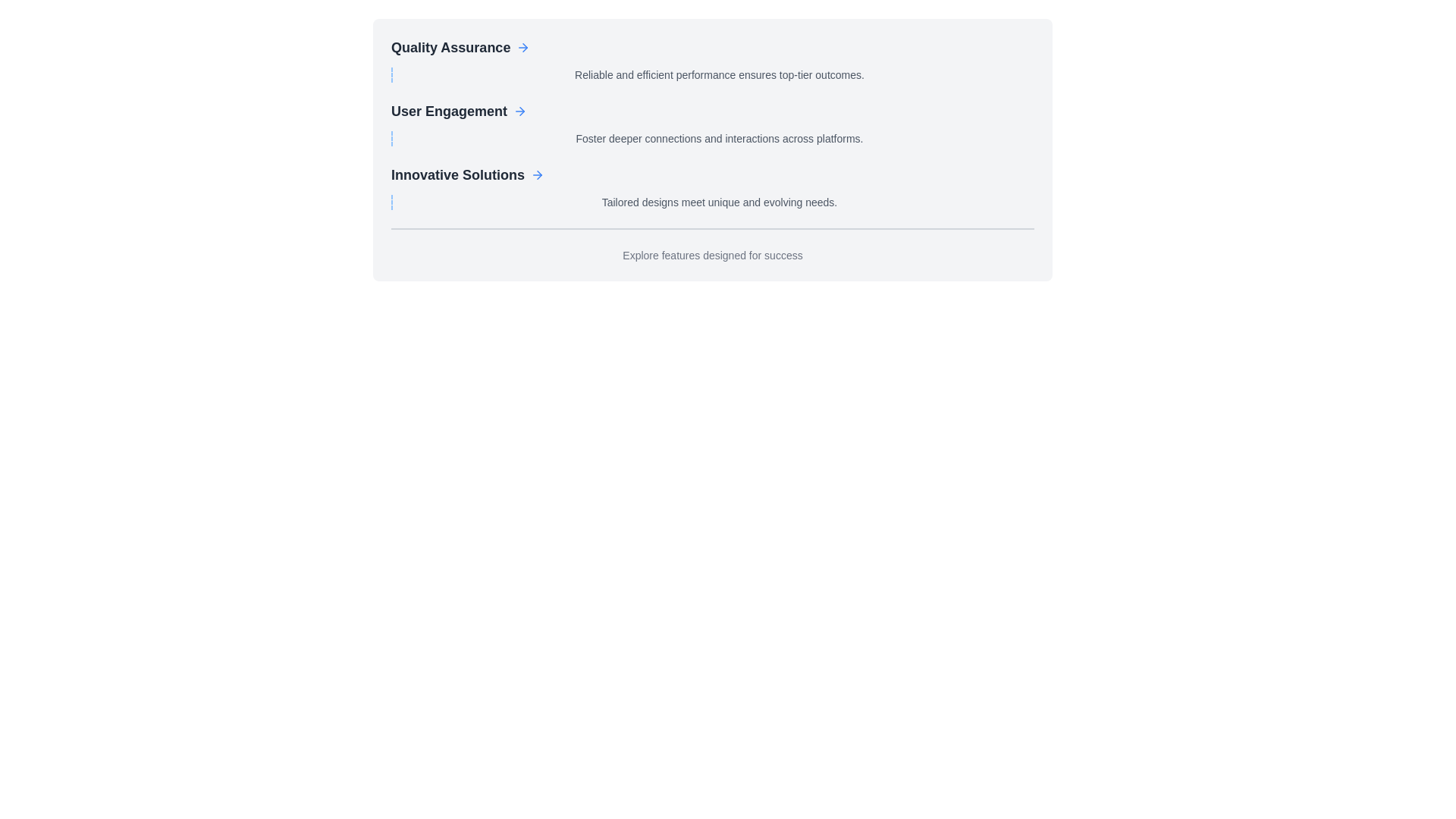  What do you see at coordinates (520, 110) in the screenshot?
I see `the rightward-pointing blue arrow icon located to the right of the 'User Engagement' text` at bounding box center [520, 110].